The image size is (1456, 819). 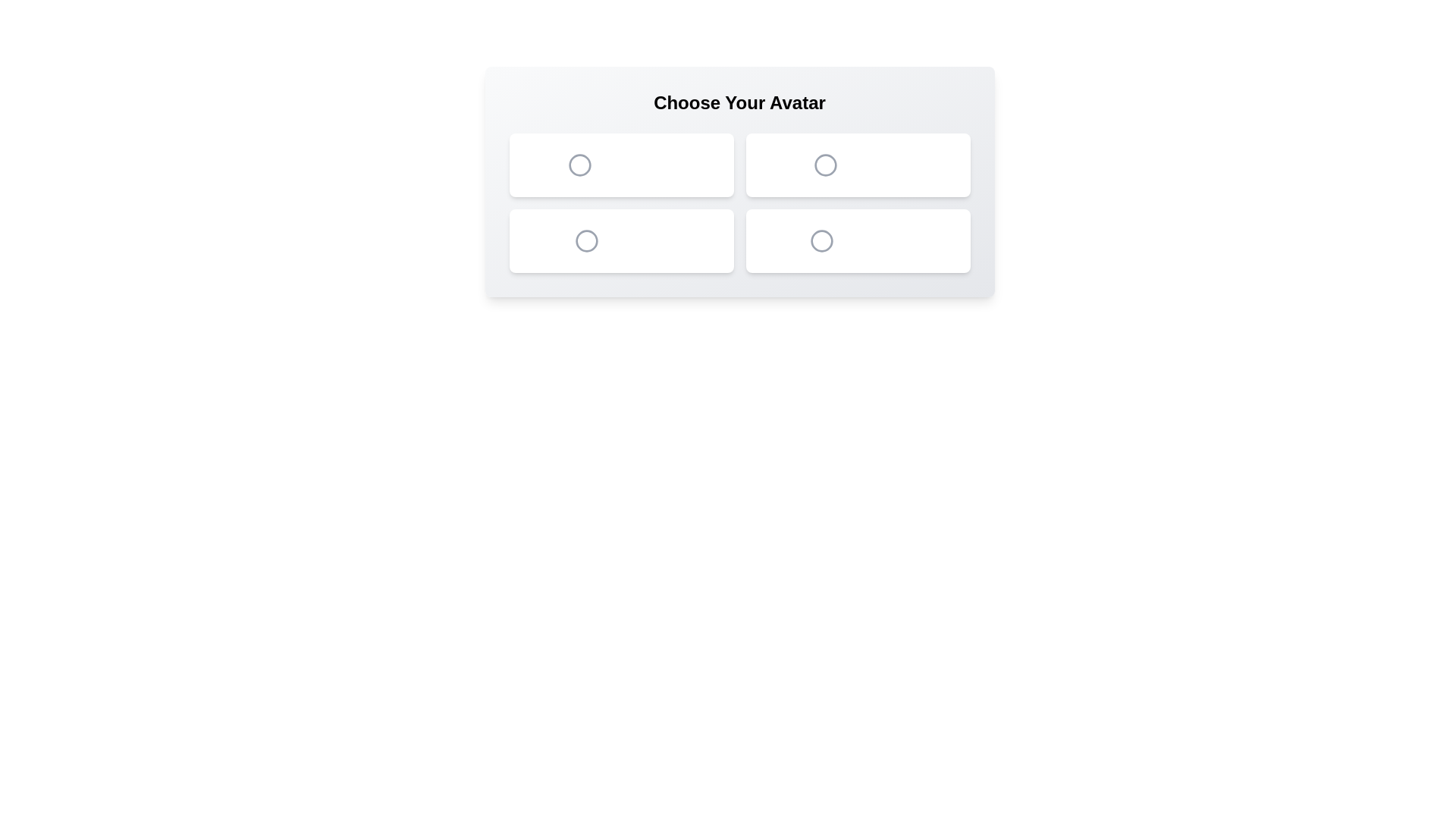 I want to click on the circular selection indicator located in the bottom-right card, which indicates the state of the card next to the label 'Innovator', so click(x=821, y=240).